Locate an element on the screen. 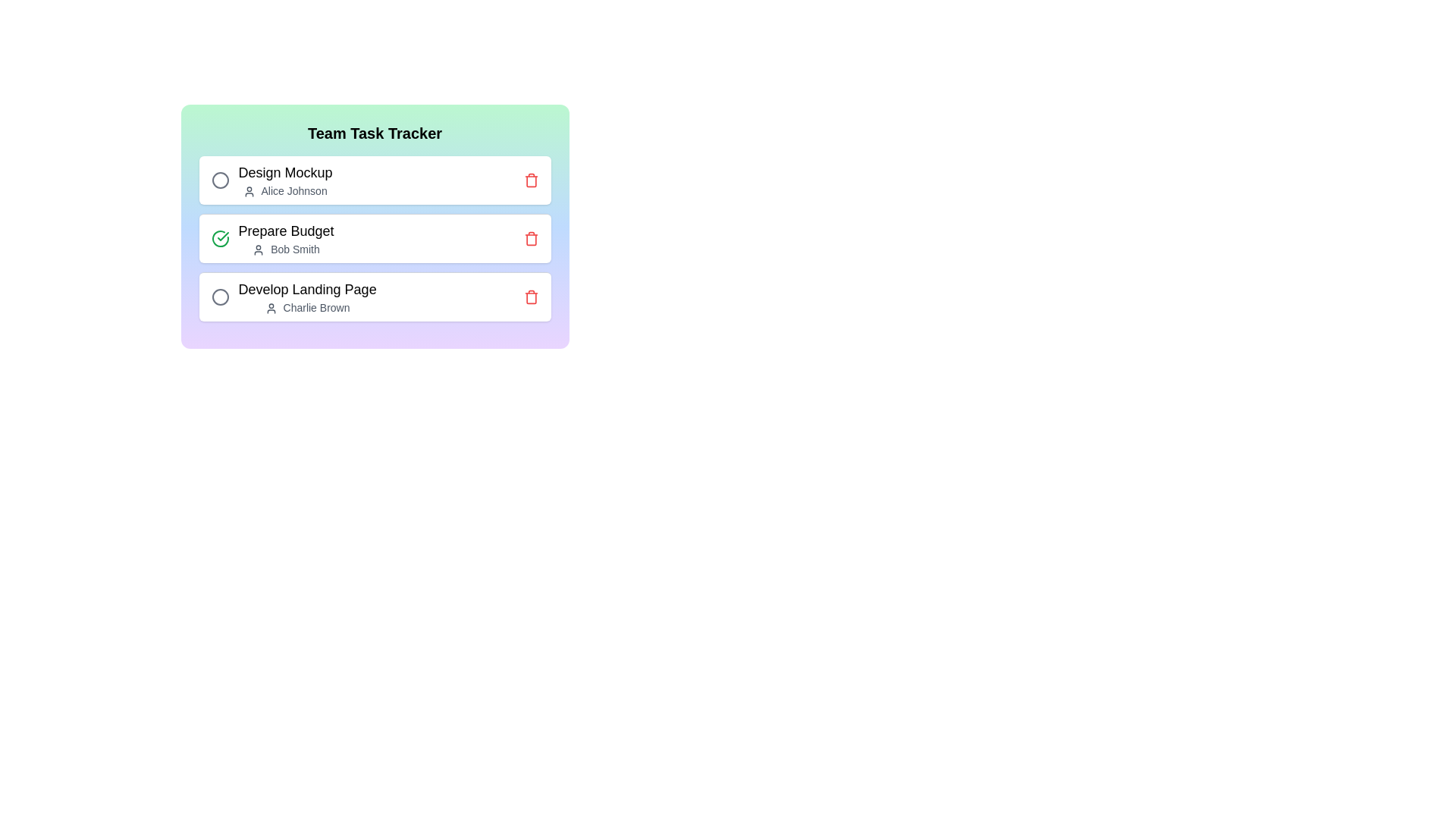  the user icon associated with Design Mockup is located at coordinates (249, 191).